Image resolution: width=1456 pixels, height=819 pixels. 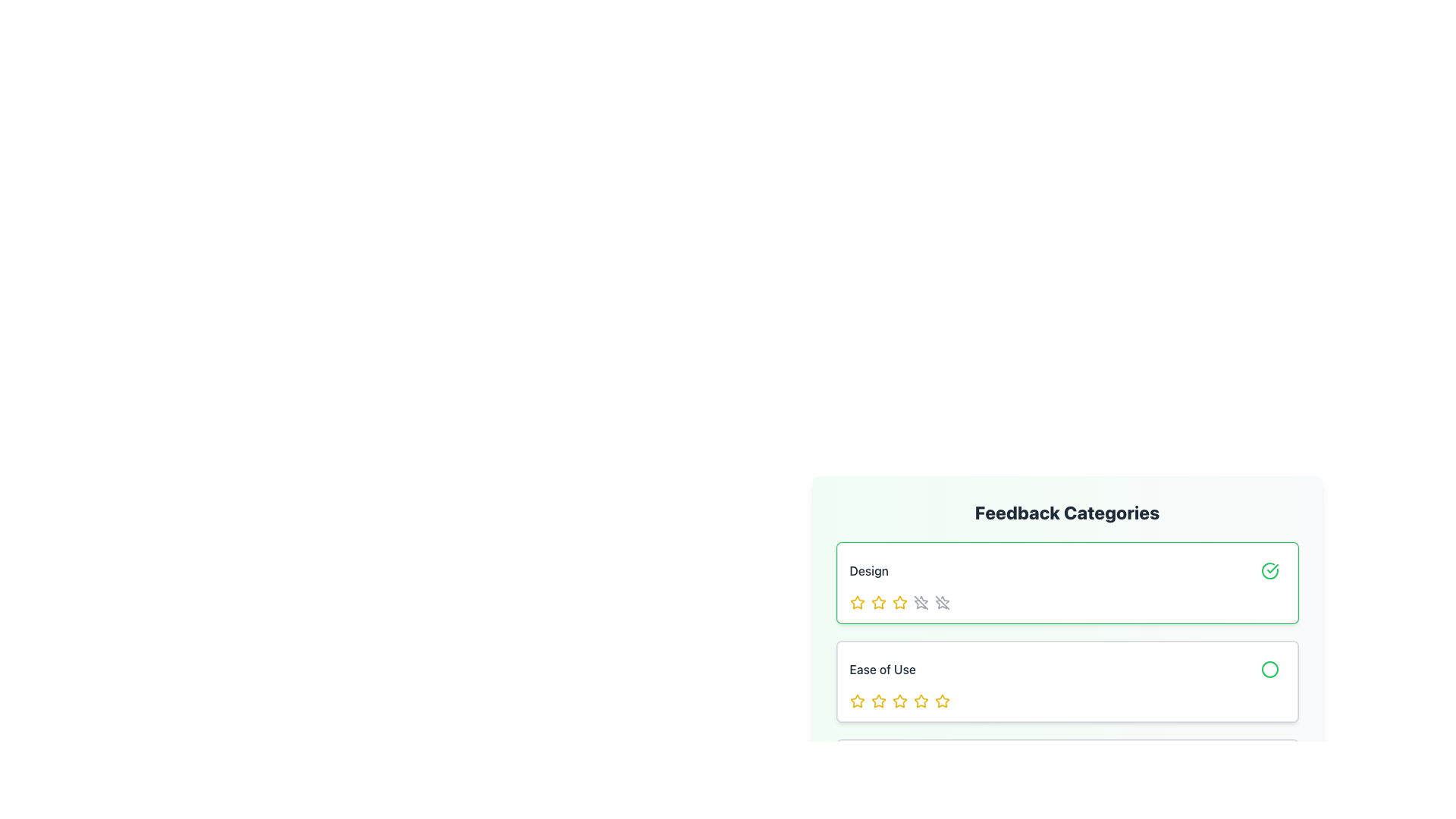 I want to click on the fourth star icon from the left under the 'Design' category in the 'Feedback Categories' section, so click(x=923, y=599).